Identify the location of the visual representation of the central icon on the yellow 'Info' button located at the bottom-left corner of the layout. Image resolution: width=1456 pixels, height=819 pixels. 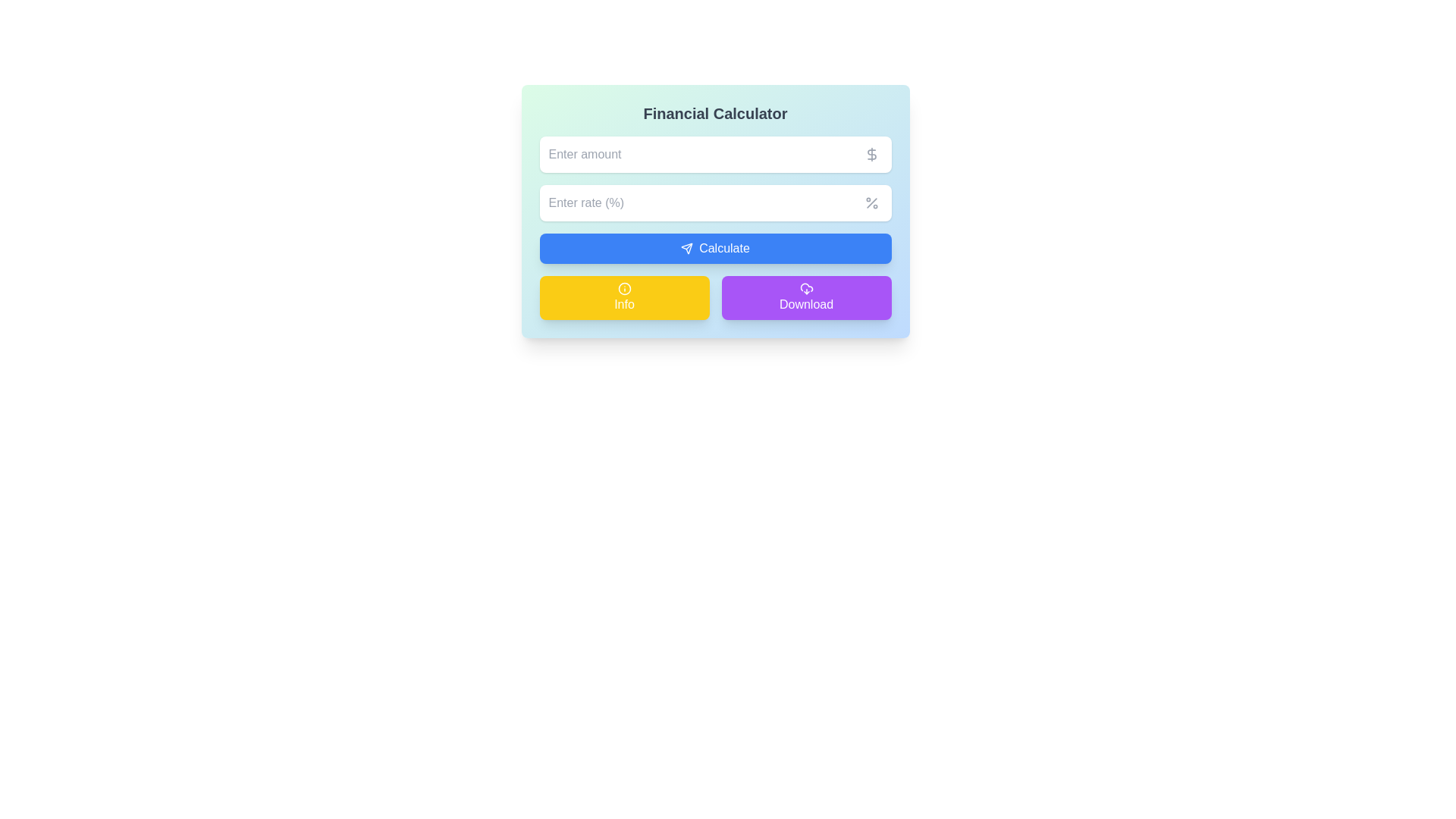
(624, 289).